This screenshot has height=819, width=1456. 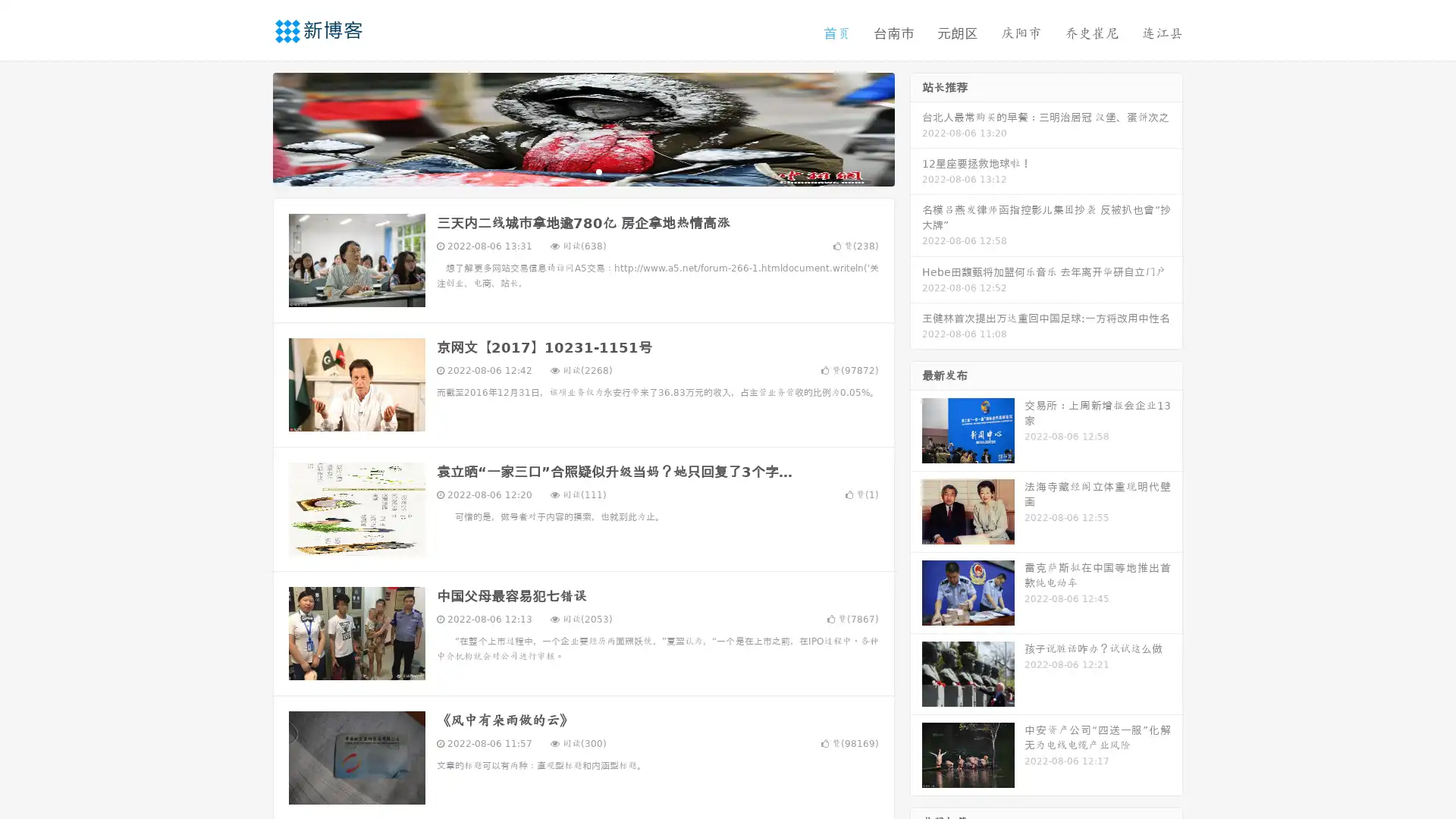 What do you see at coordinates (582, 171) in the screenshot?
I see `Go to slide 2` at bounding box center [582, 171].